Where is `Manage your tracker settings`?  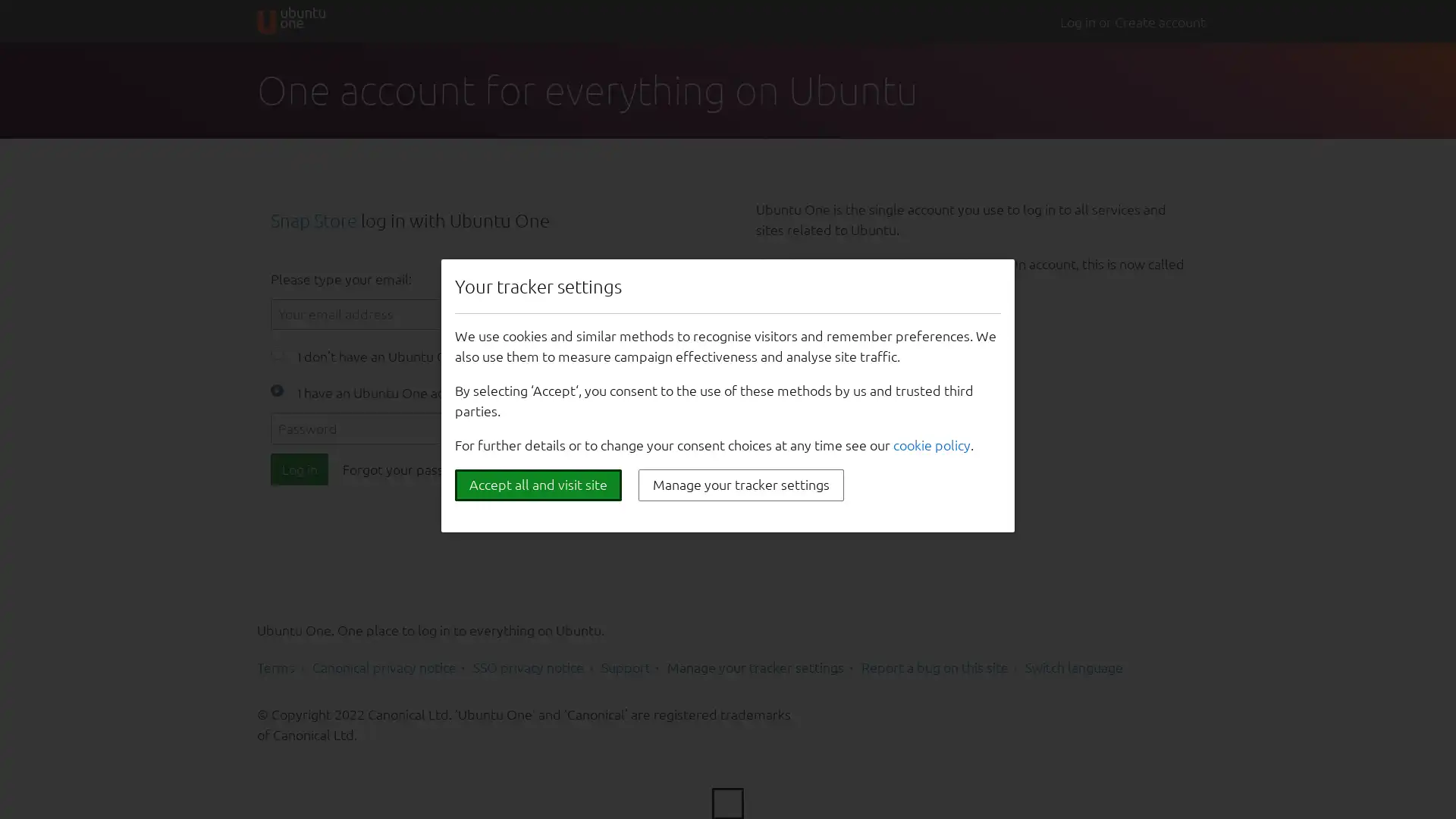 Manage your tracker settings is located at coordinates (741, 485).